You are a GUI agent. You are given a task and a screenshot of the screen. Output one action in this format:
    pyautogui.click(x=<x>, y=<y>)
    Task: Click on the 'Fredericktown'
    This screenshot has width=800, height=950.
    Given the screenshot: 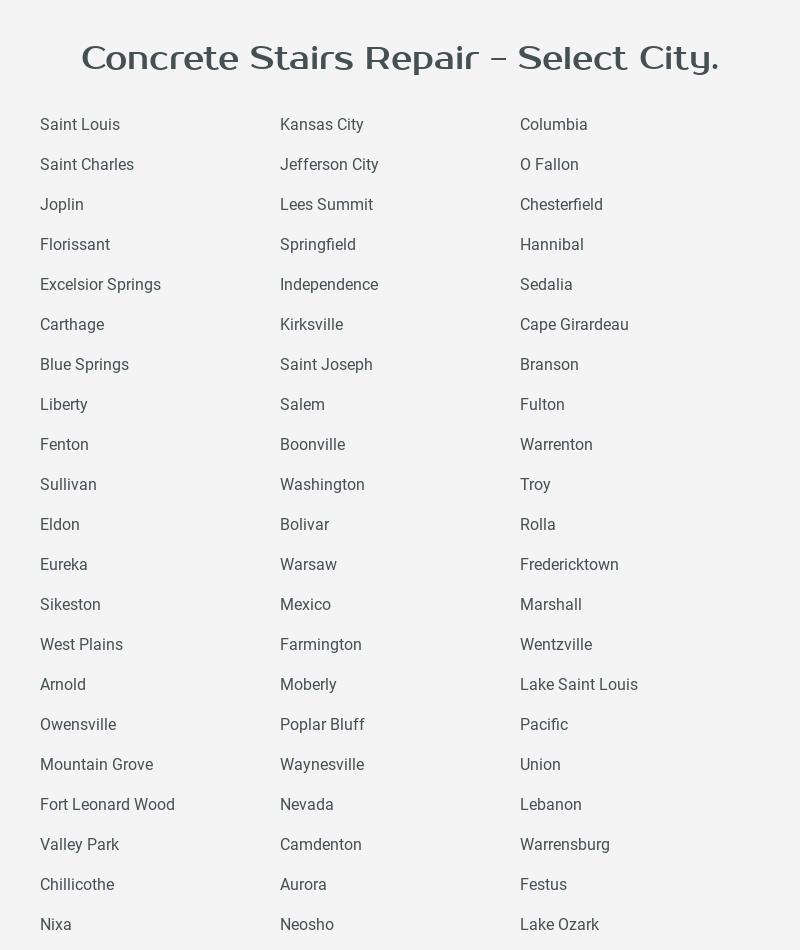 What is the action you would take?
    pyautogui.click(x=518, y=564)
    